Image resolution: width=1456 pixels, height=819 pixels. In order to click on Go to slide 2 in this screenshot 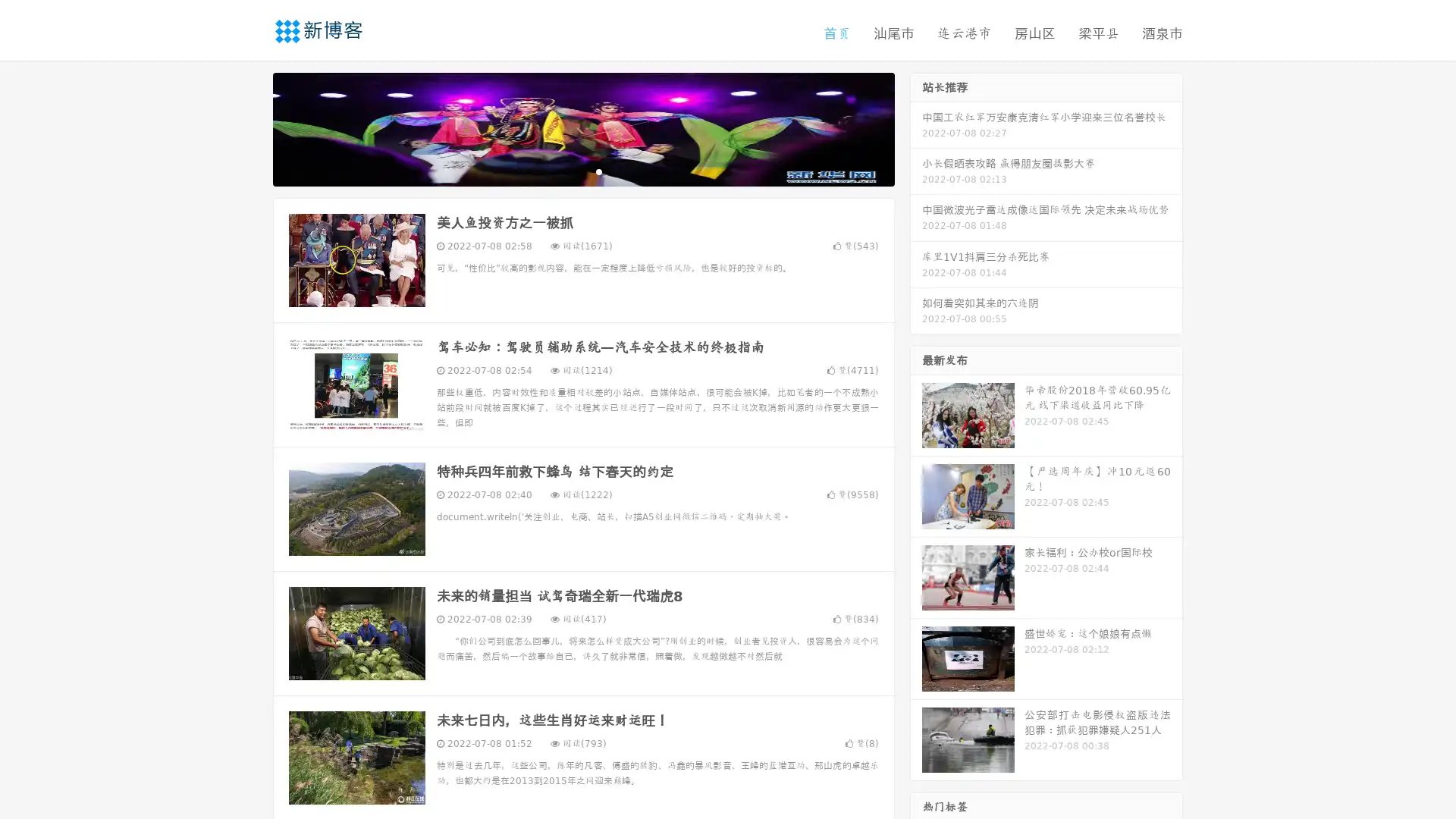, I will do `click(582, 171)`.